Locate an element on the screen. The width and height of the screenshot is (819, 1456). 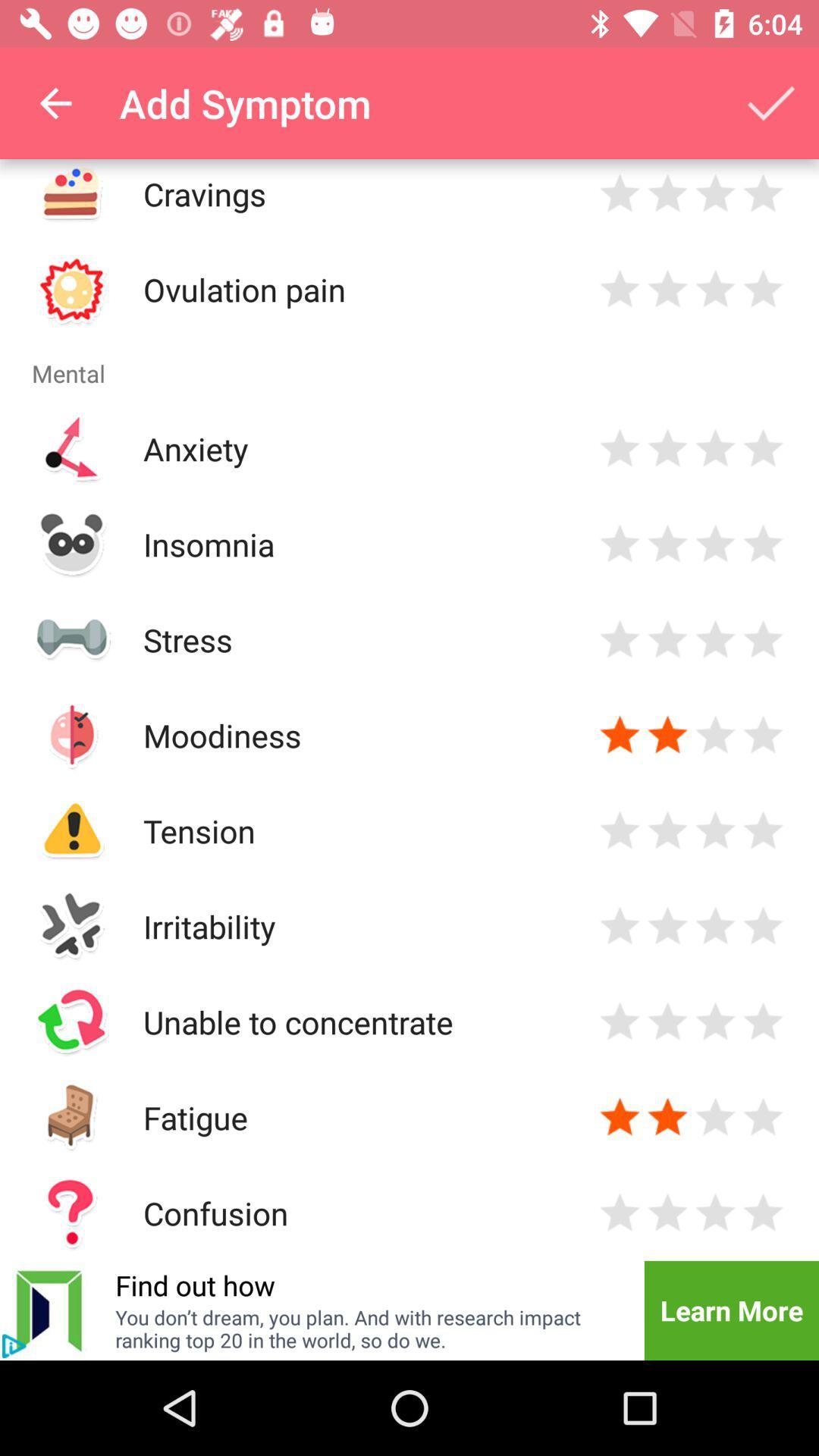
single star for anxiety is located at coordinates (620, 447).